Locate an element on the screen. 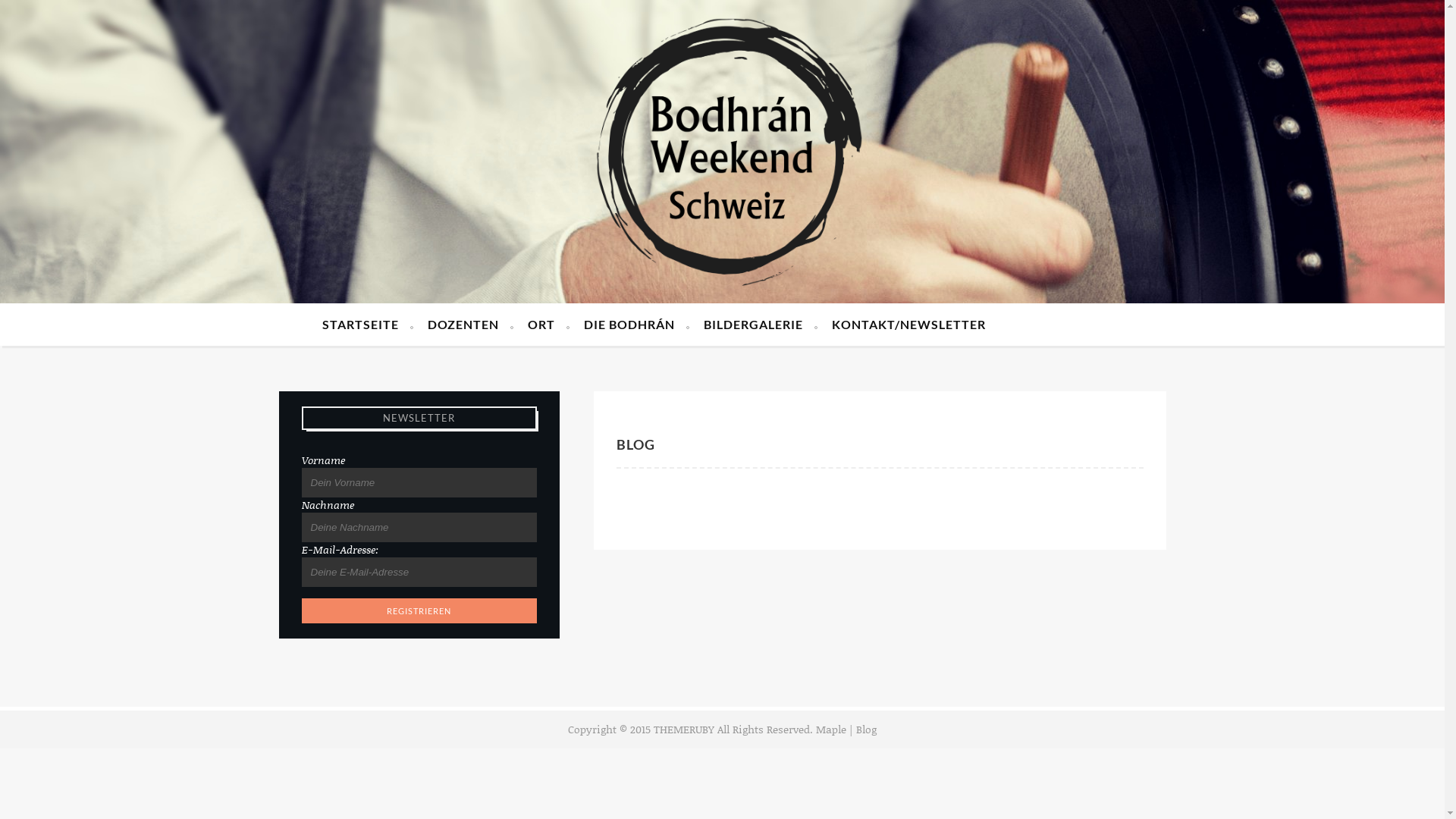  'STARTSEITE' is located at coordinates (322, 324).